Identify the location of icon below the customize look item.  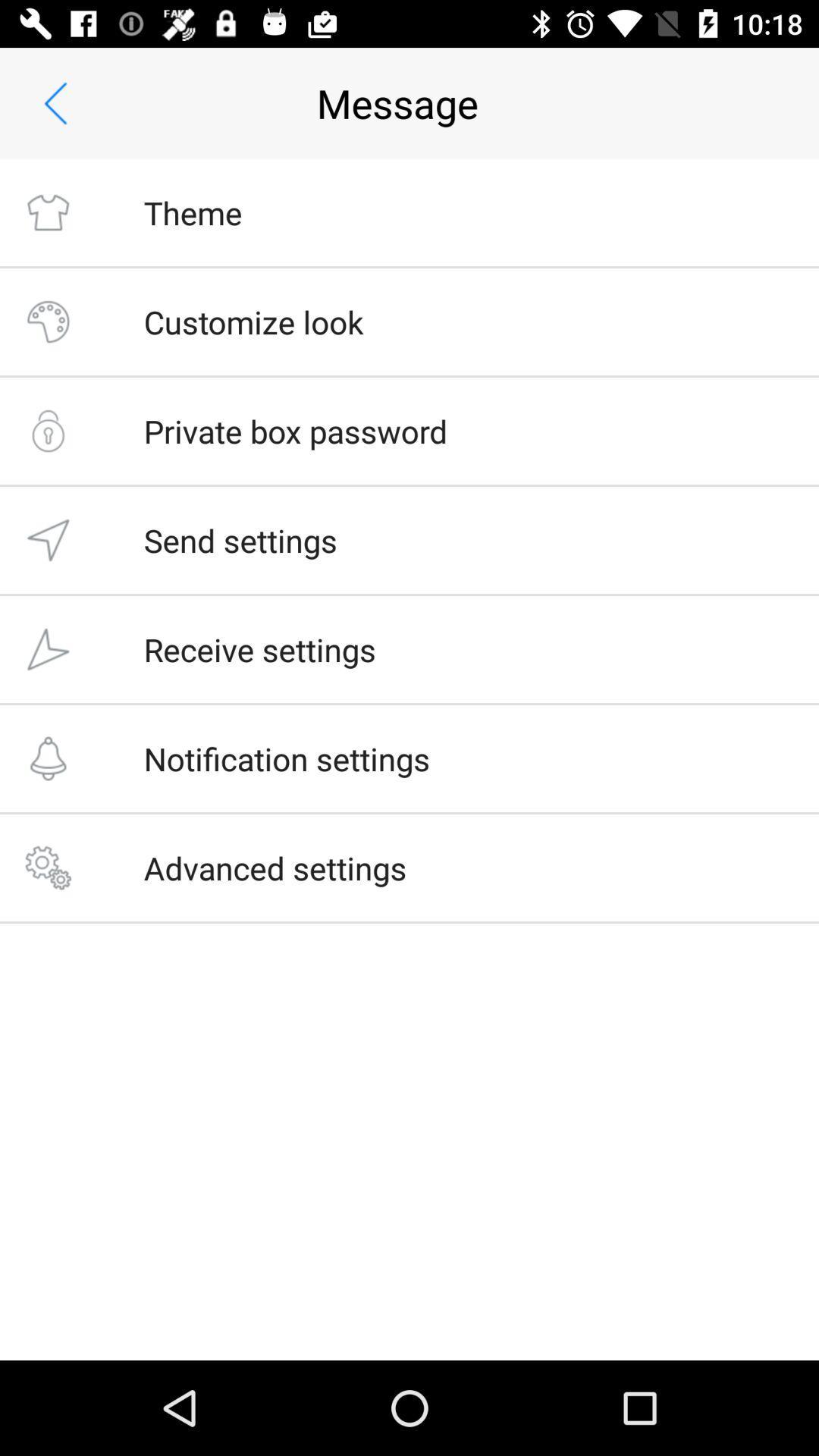
(295, 430).